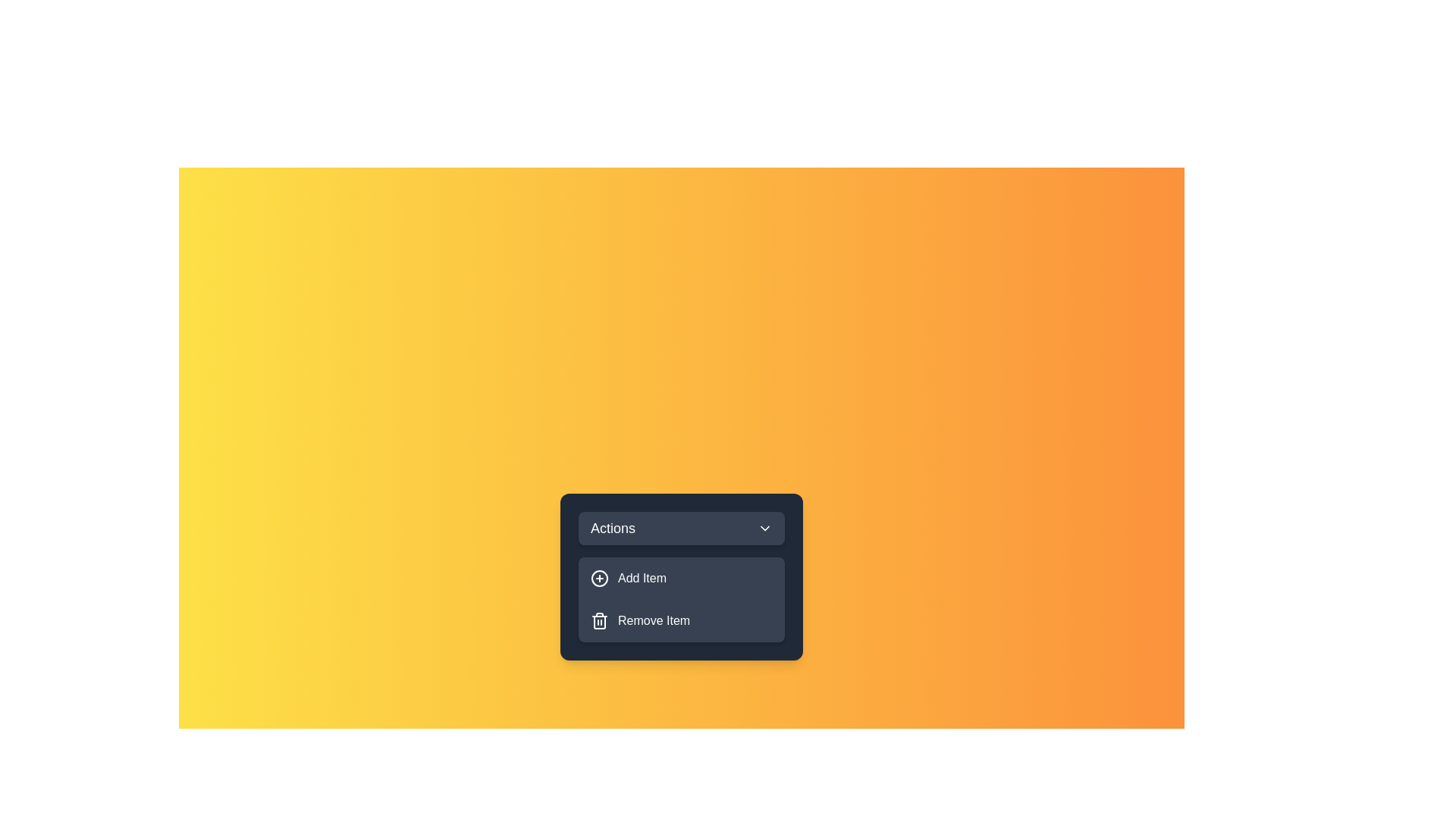 The image size is (1456, 819). Describe the element at coordinates (680, 528) in the screenshot. I see `the 'Actions' button to toggle the menu` at that location.